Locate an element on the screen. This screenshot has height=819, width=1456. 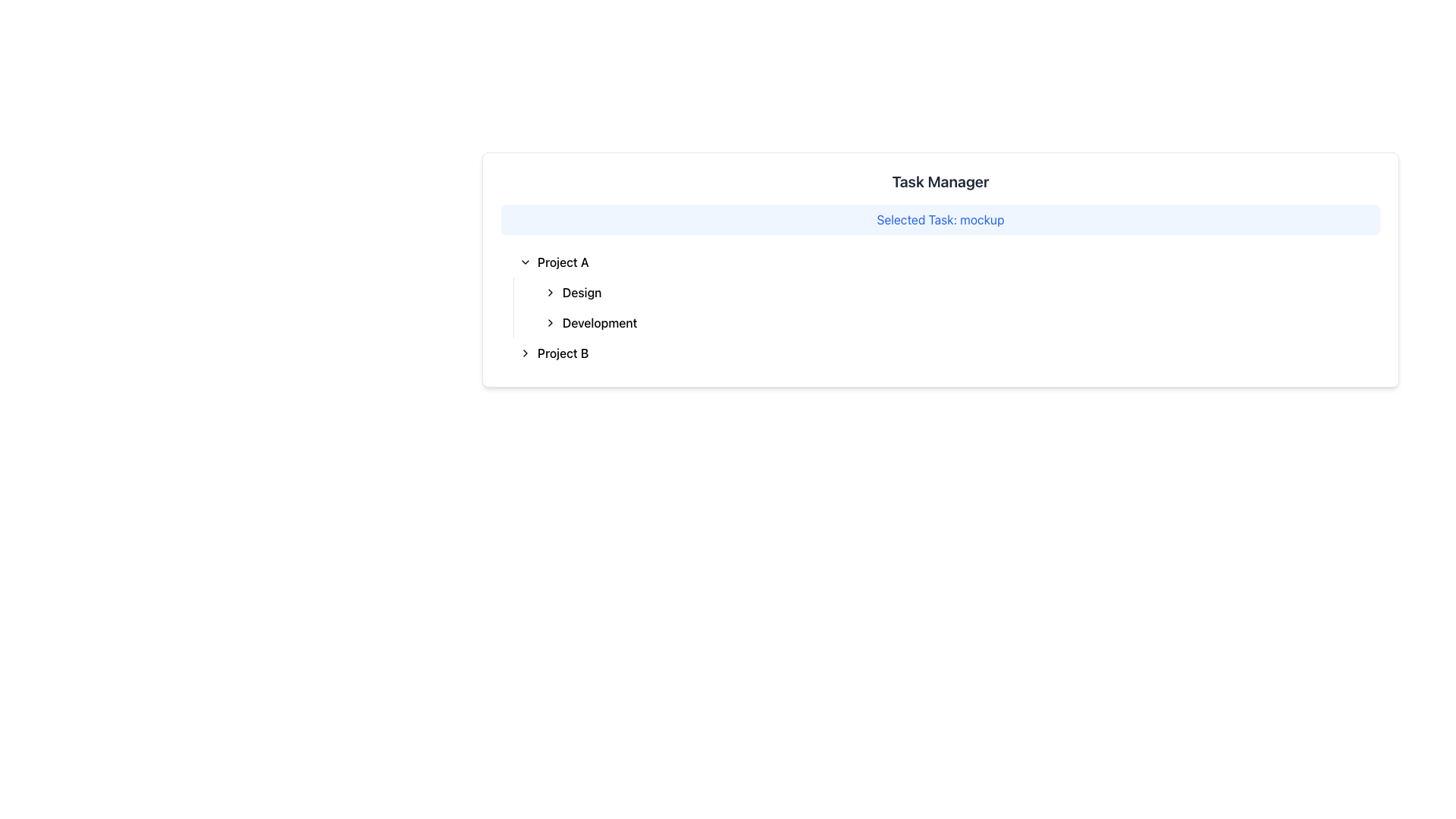
the downward-pointing chevron icon located to the left of the 'Project A' label to trigger the tooltip is located at coordinates (525, 262).